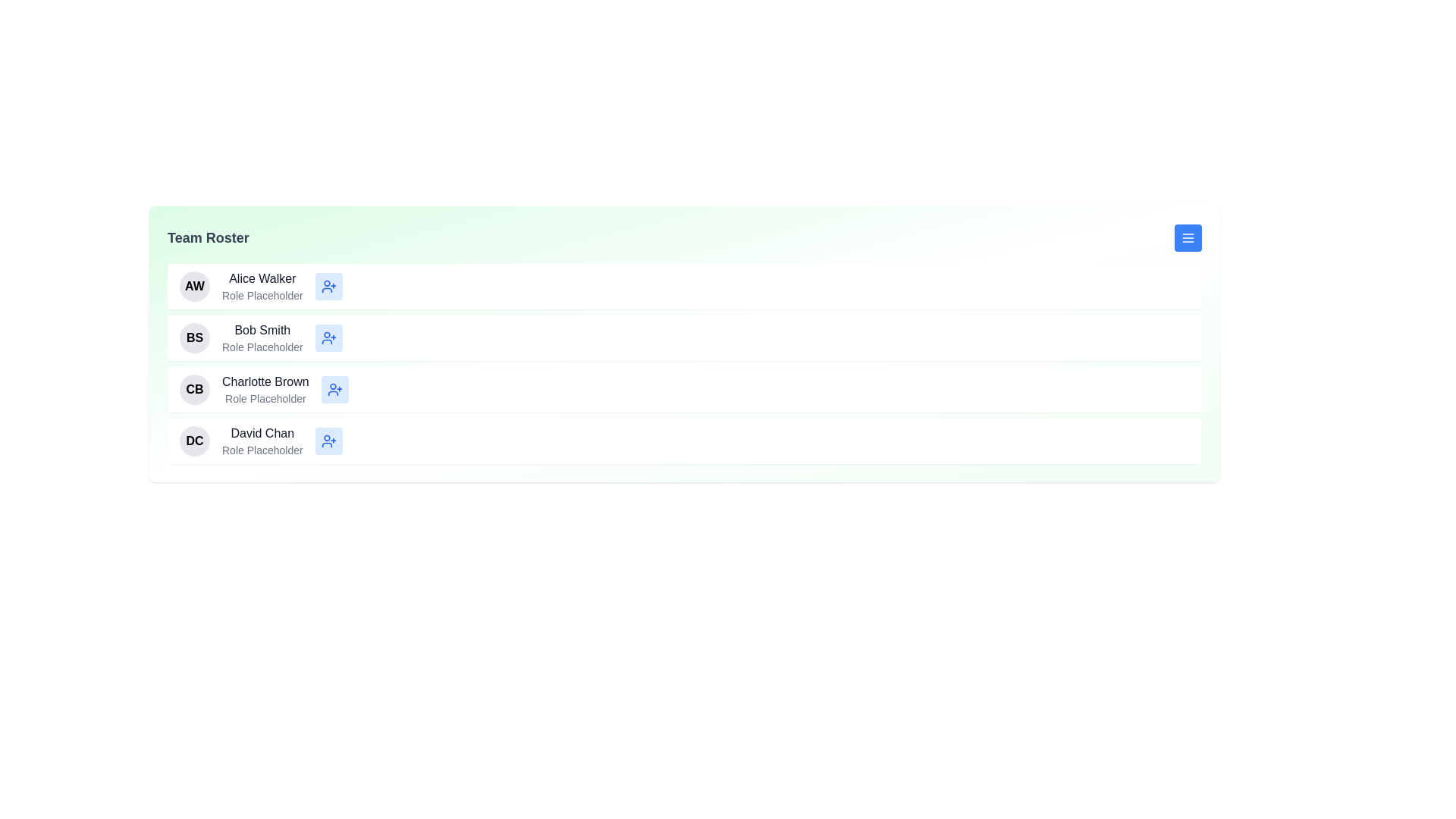  I want to click on displayed text from the text label identifying 'Alice Walker', the first team member in the roster of the 'Team Roster' section, so click(262, 278).